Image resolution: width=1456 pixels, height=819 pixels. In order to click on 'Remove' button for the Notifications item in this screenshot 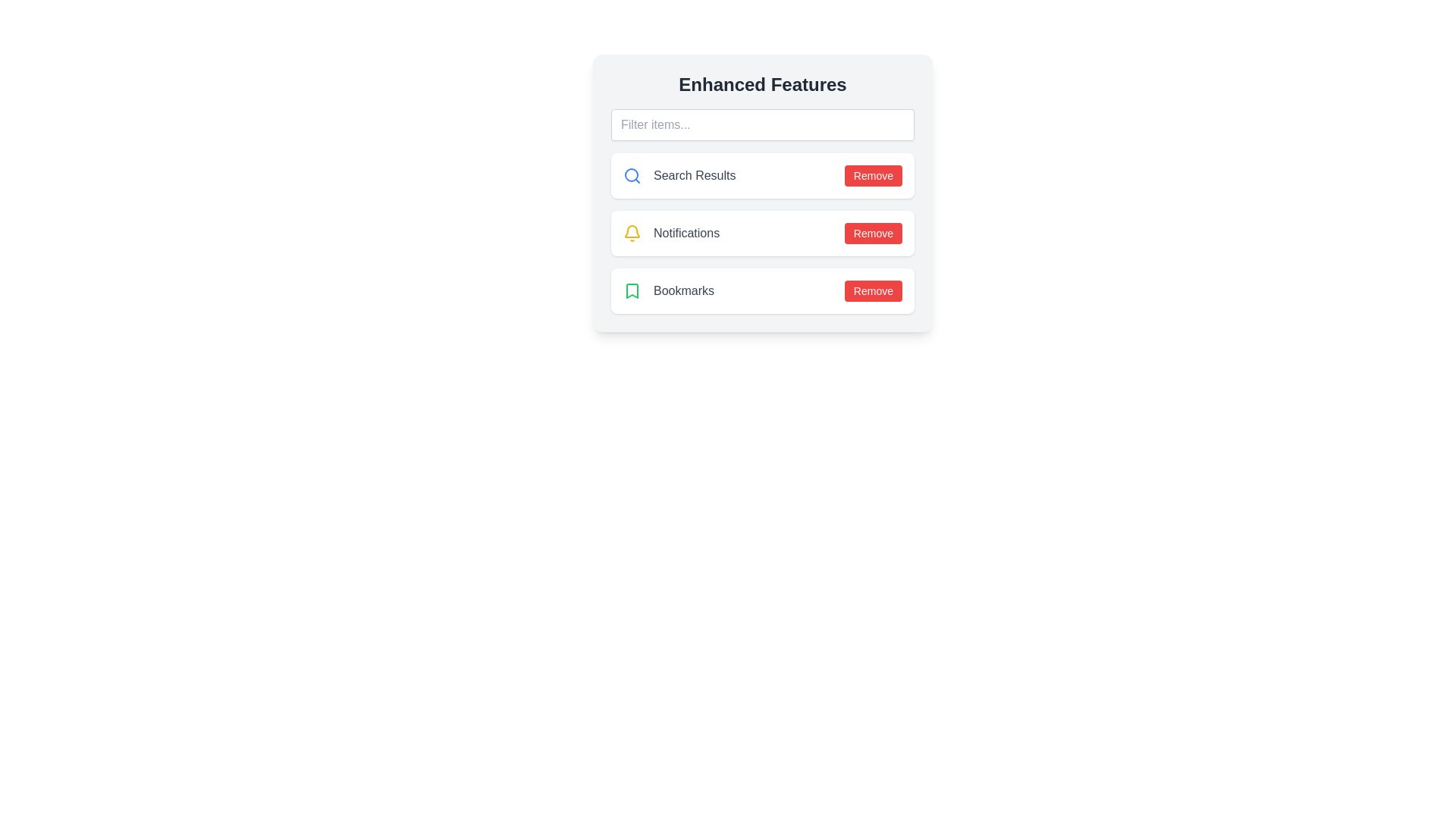, I will do `click(874, 234)`.